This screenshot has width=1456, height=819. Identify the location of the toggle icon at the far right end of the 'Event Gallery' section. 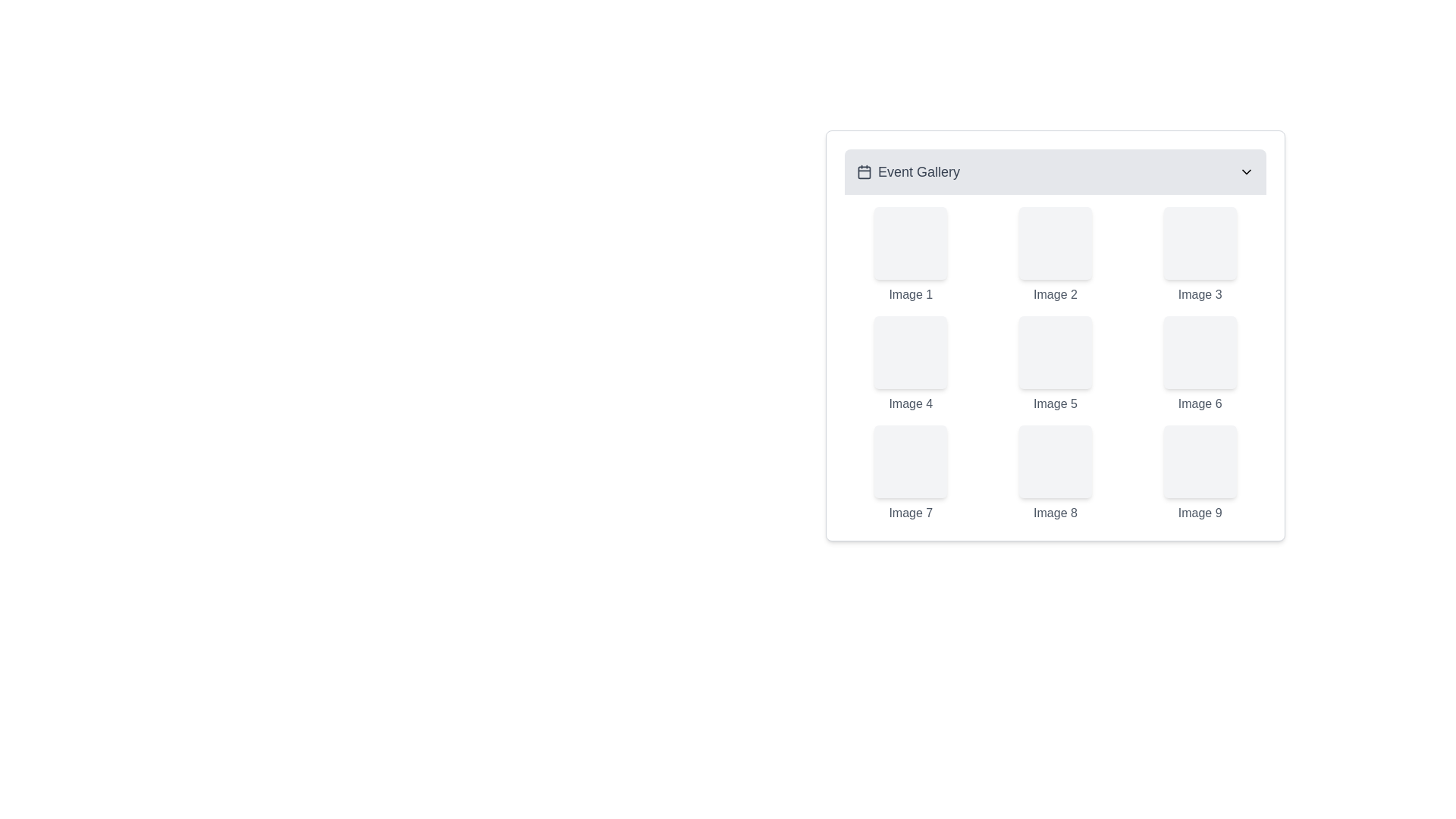
(1246, 171).